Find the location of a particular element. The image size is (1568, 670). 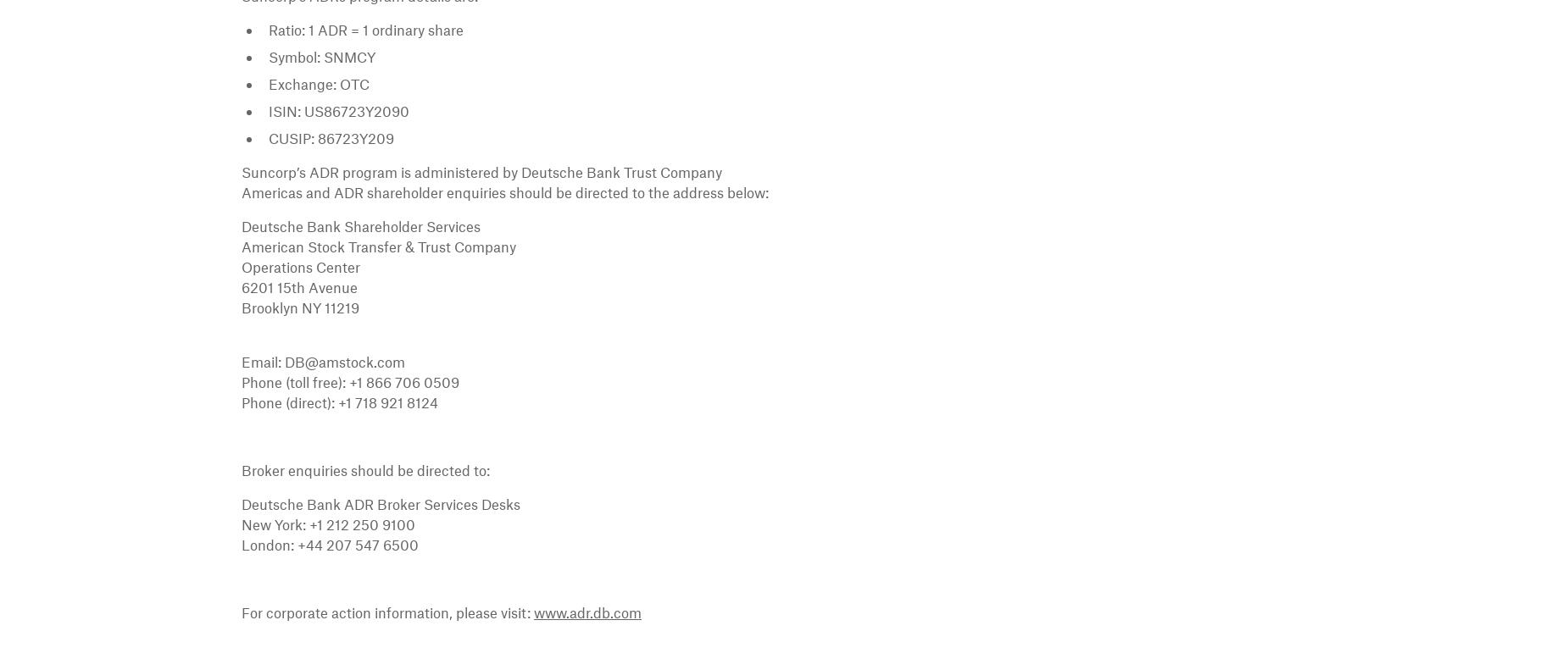

'Symbol: SNMCY' is located at coordinates (320, 56).